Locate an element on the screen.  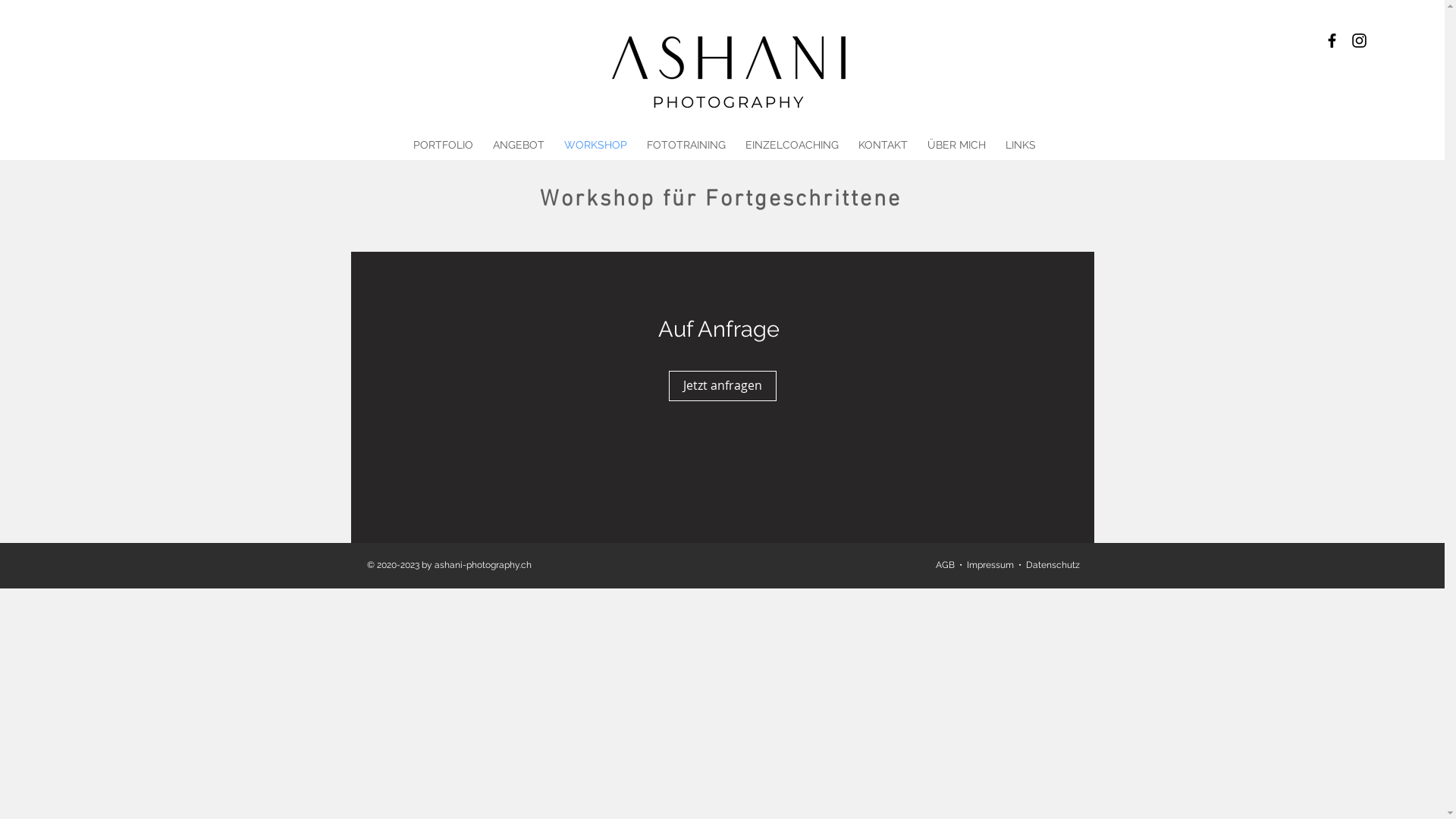
'WORKSHOP' is located at coordinates (594, 145).